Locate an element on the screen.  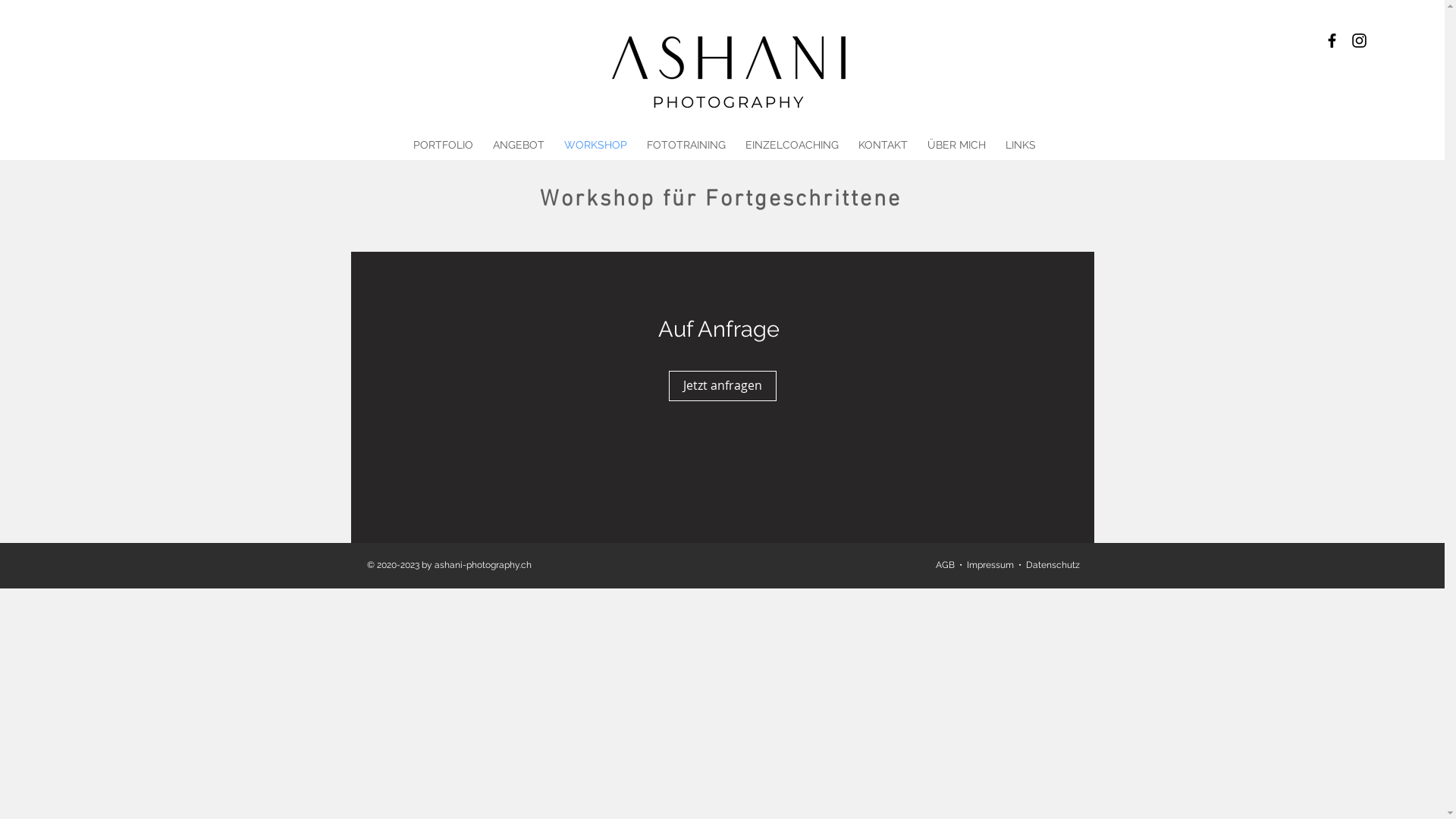
'WORKSHOP' is located at coordinates (594, 145).